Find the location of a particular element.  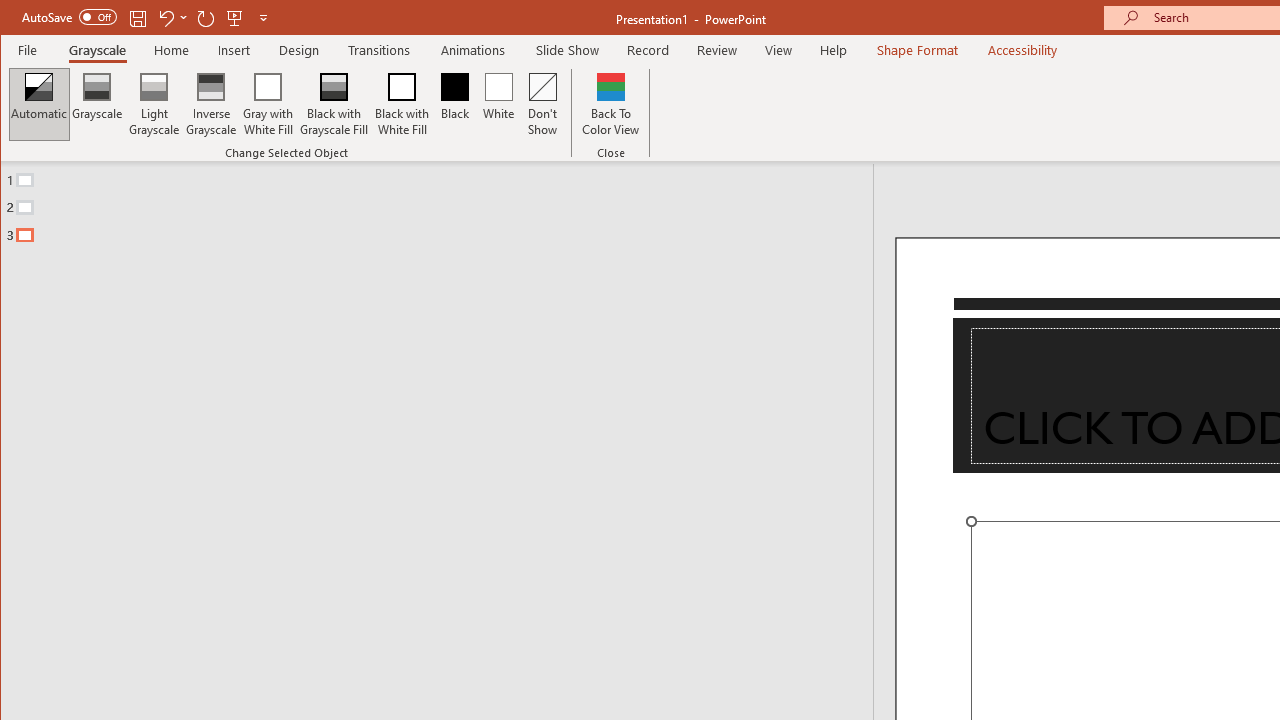

'Don' is located at coordinates (543, 104).